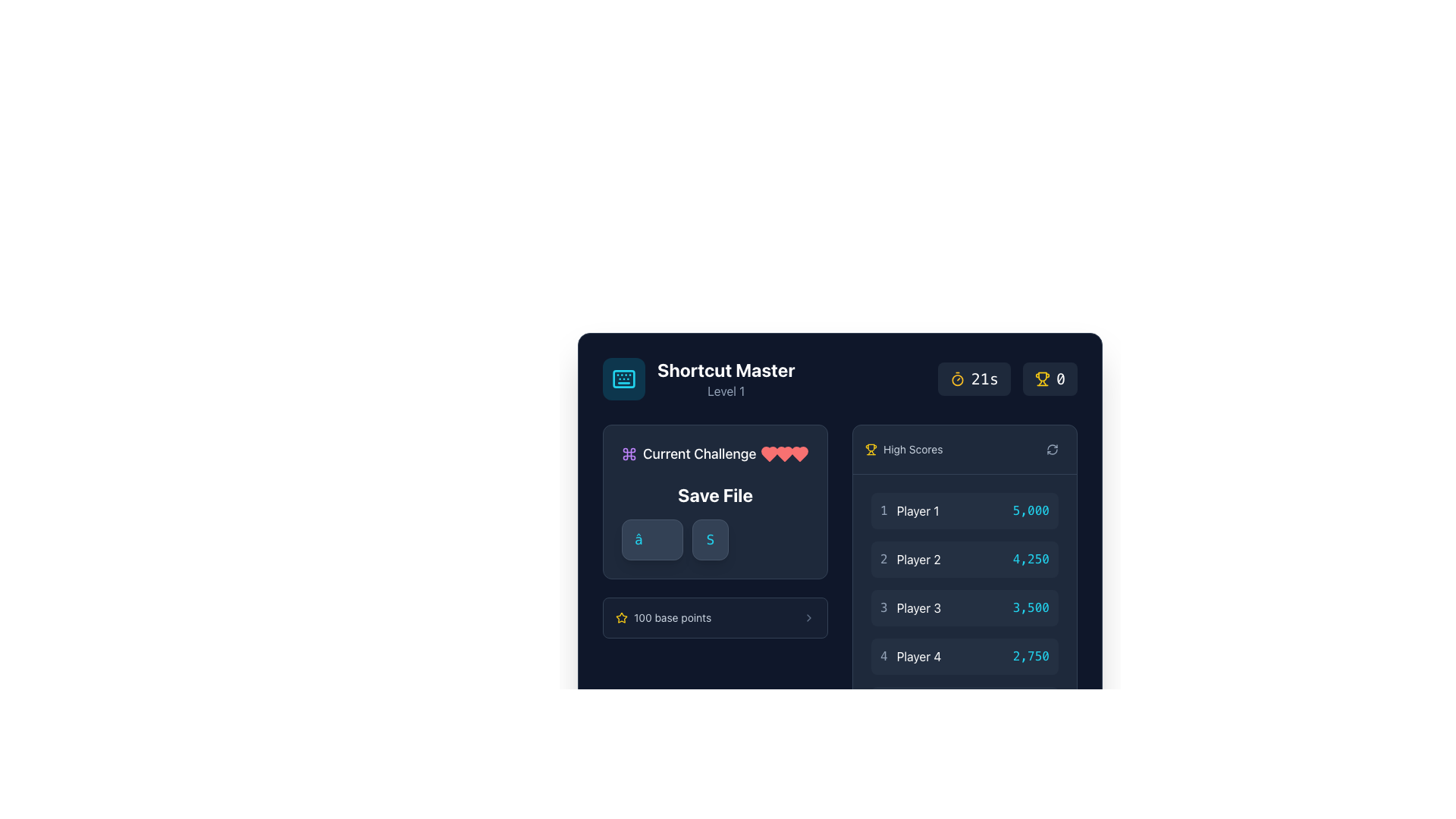  I want to click on the light gray-colored numeral '2' static text label, which is part of the player rankings display, located to the right under the 'High Scores' heading, aligned left of 'Player 2', so click(883, 559).